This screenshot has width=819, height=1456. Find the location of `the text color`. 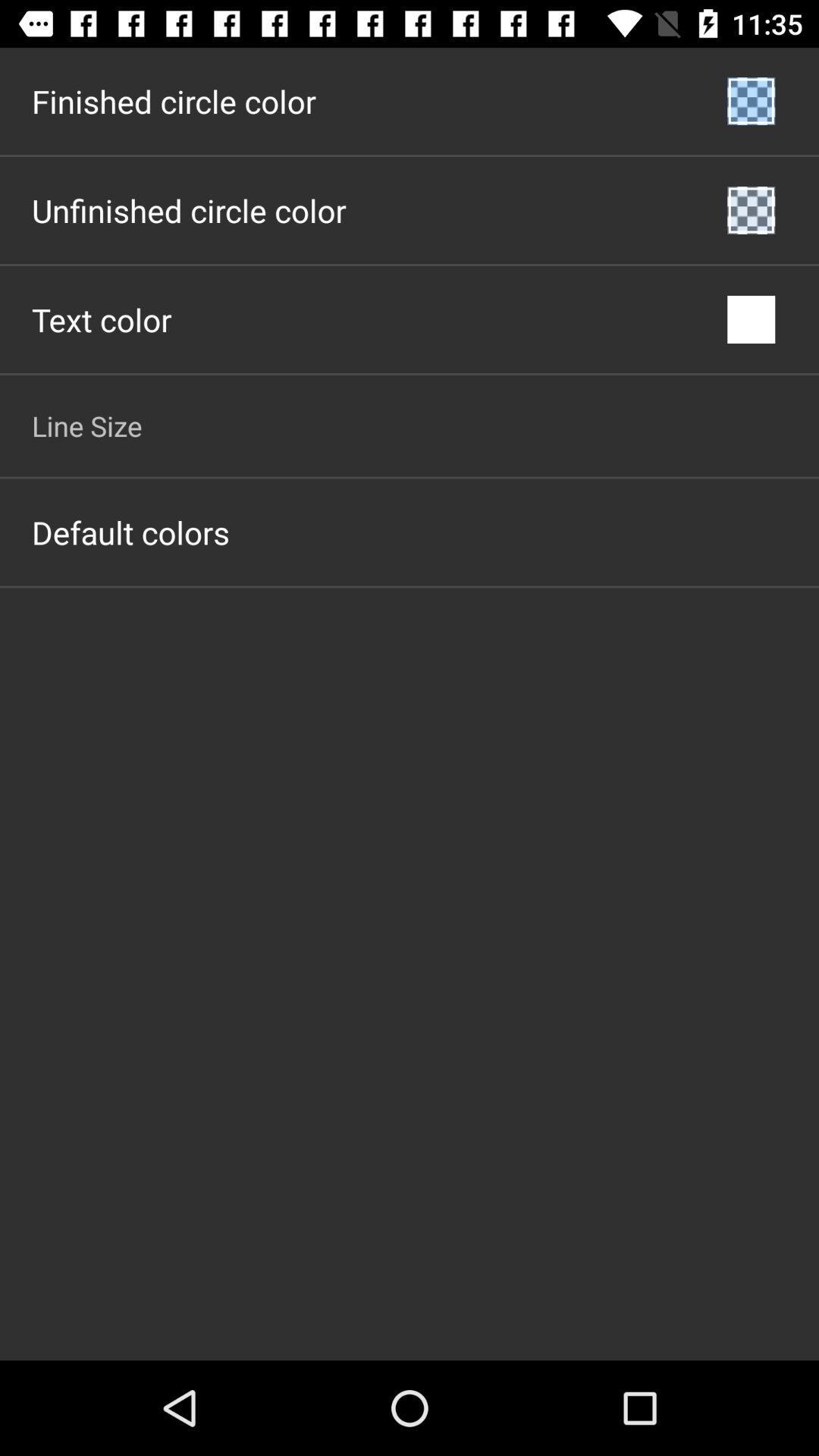

the text color is located at coordinates (102, 318).